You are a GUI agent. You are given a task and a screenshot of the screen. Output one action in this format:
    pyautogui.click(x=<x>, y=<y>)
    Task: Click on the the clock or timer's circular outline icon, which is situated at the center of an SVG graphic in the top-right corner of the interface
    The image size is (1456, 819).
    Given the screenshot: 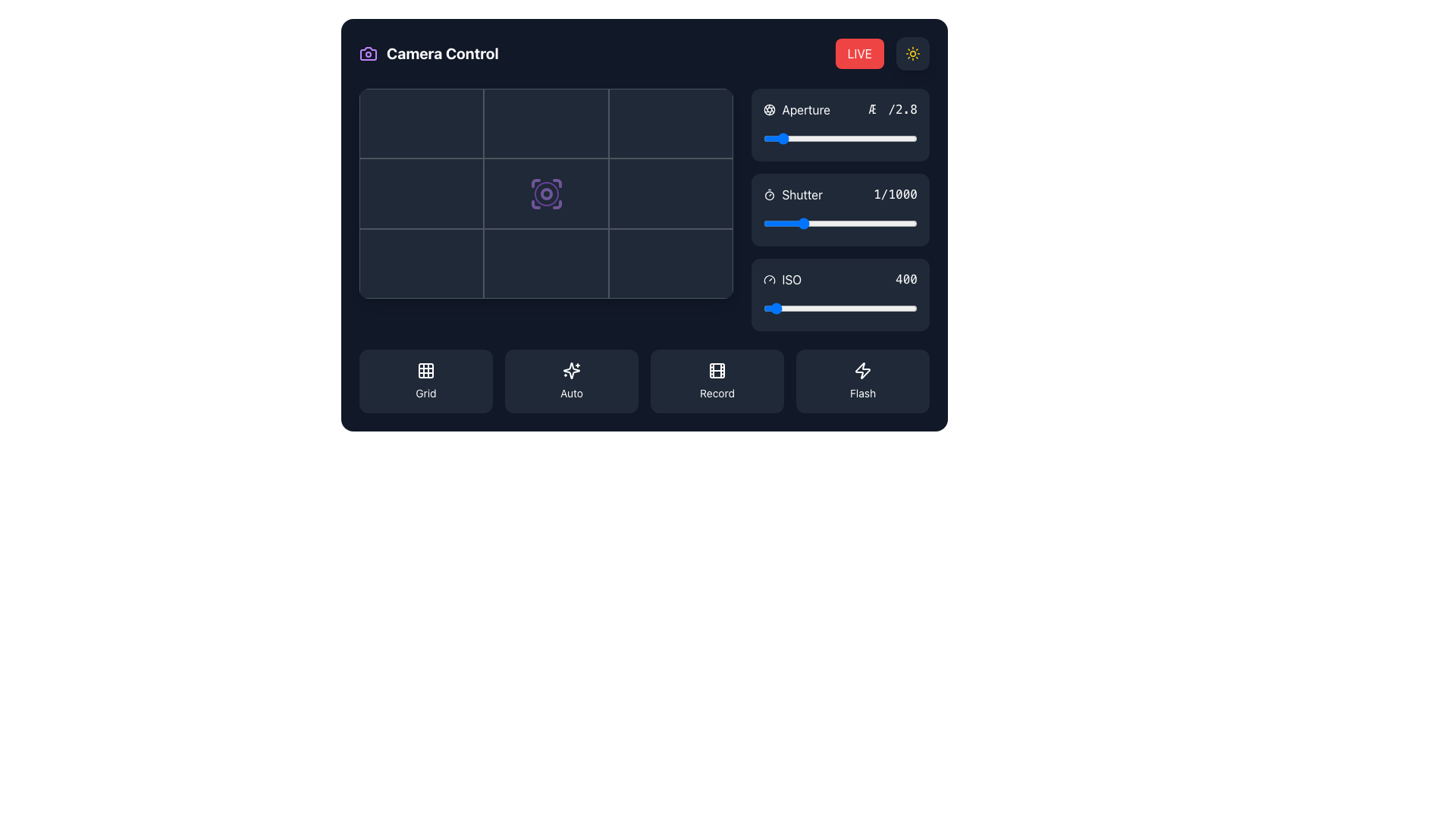 What is the action you would take?
    pyautogui.click(x=770, y=195)
    